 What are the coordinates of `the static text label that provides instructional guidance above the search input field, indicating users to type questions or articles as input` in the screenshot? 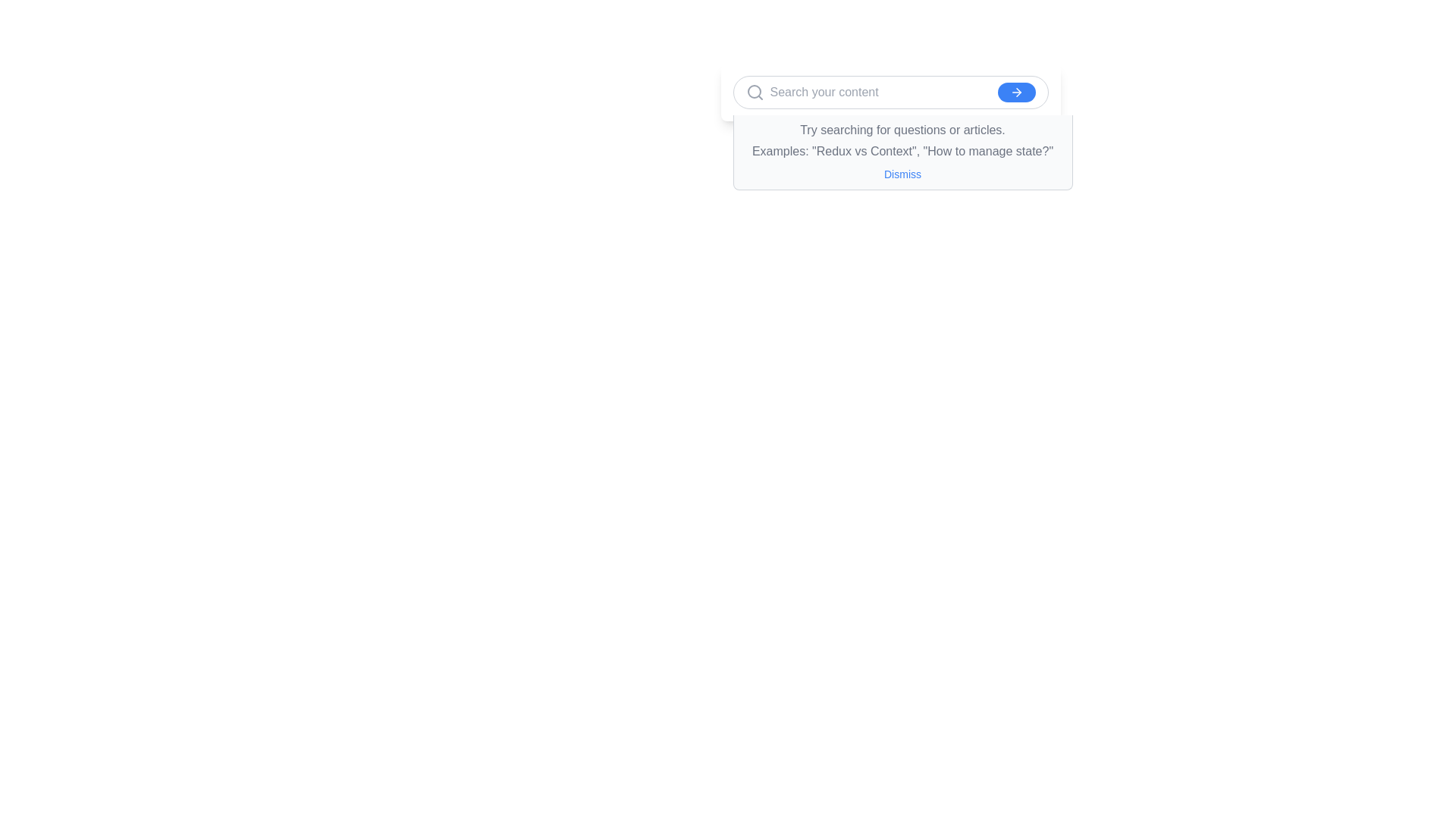 It's located at (902, 130).